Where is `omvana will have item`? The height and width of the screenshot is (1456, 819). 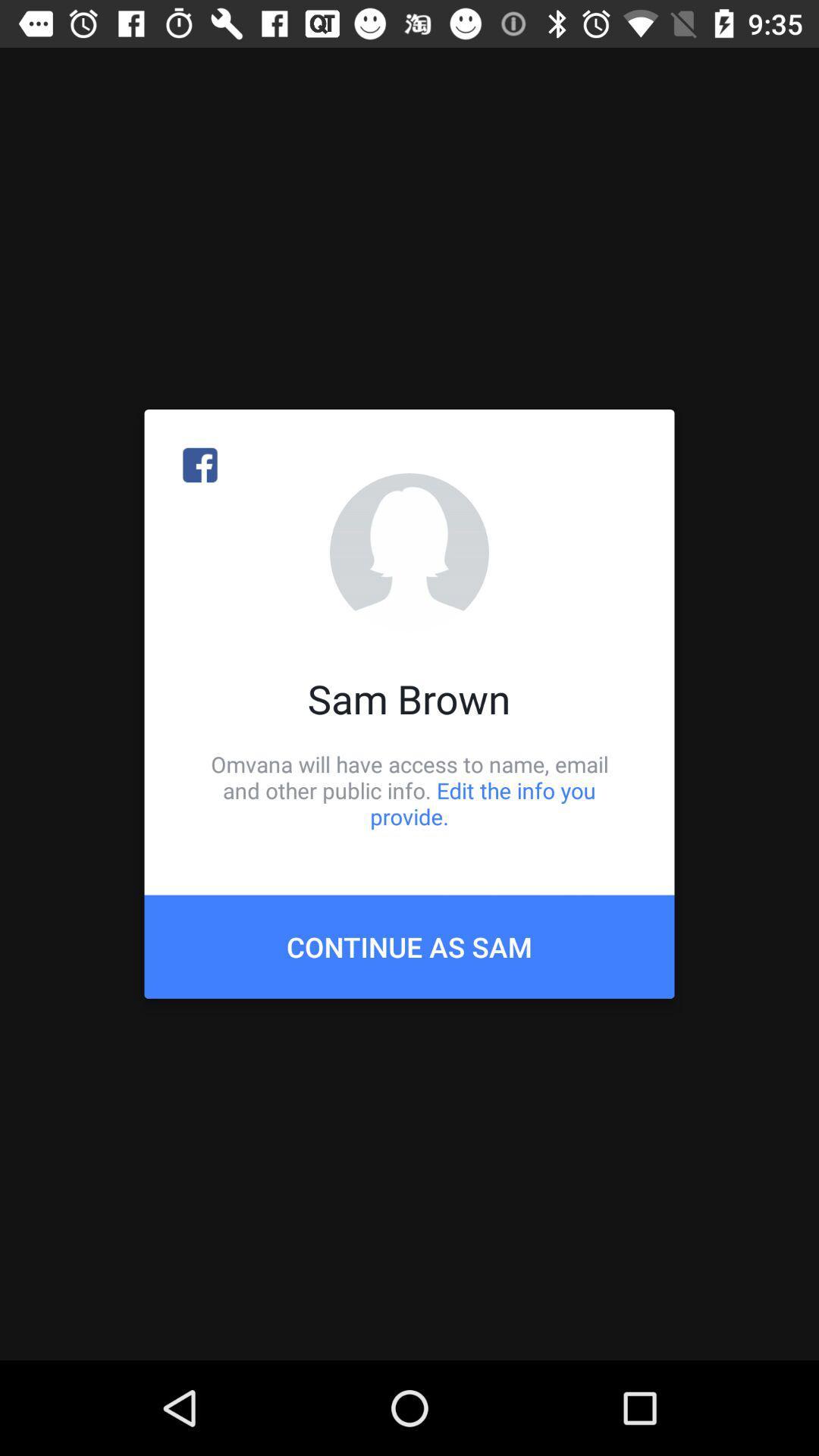 omvana will have item is located at coordinates (409, 789).